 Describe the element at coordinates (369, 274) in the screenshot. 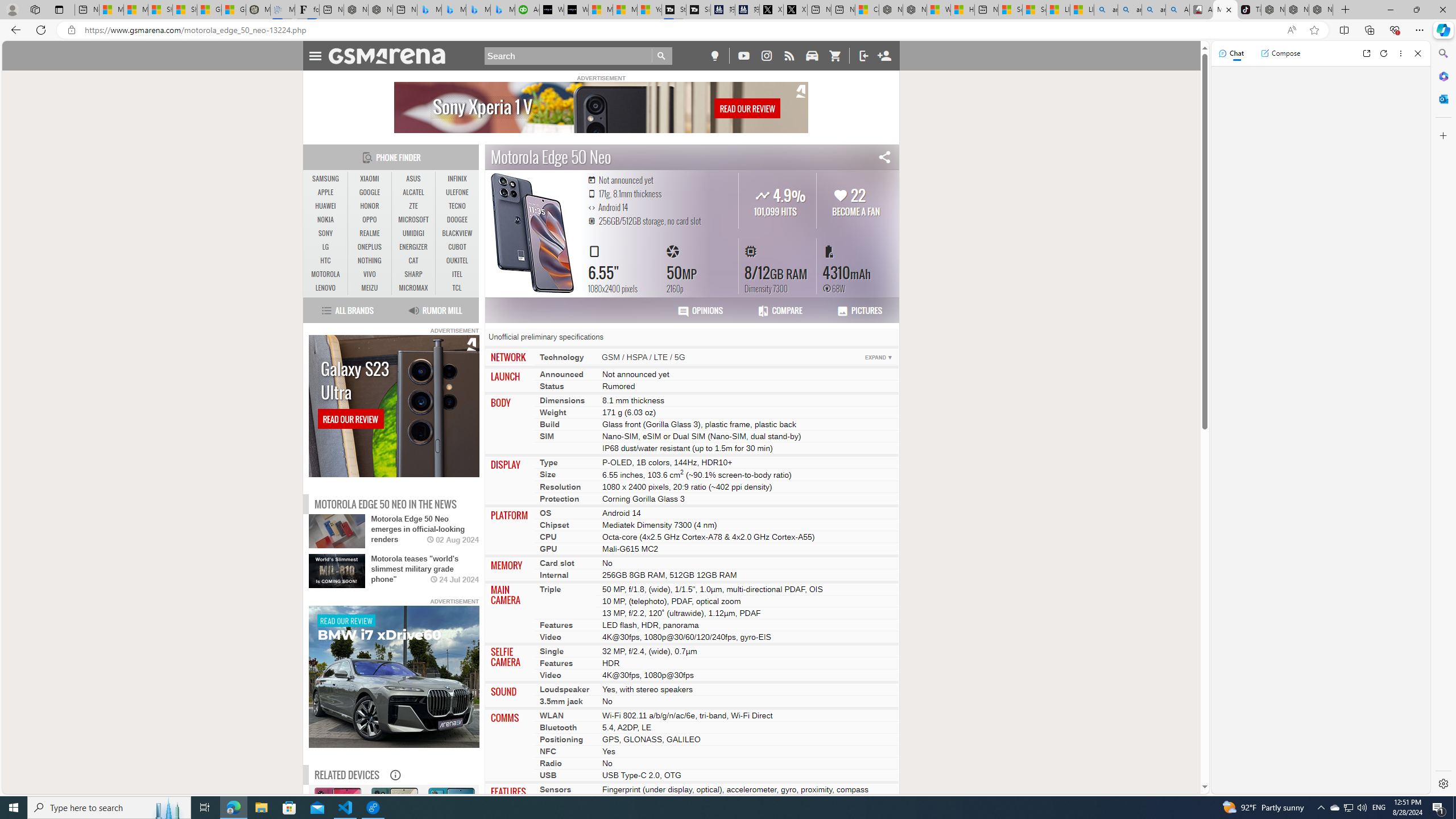

I see `'VIVO'` at that location.